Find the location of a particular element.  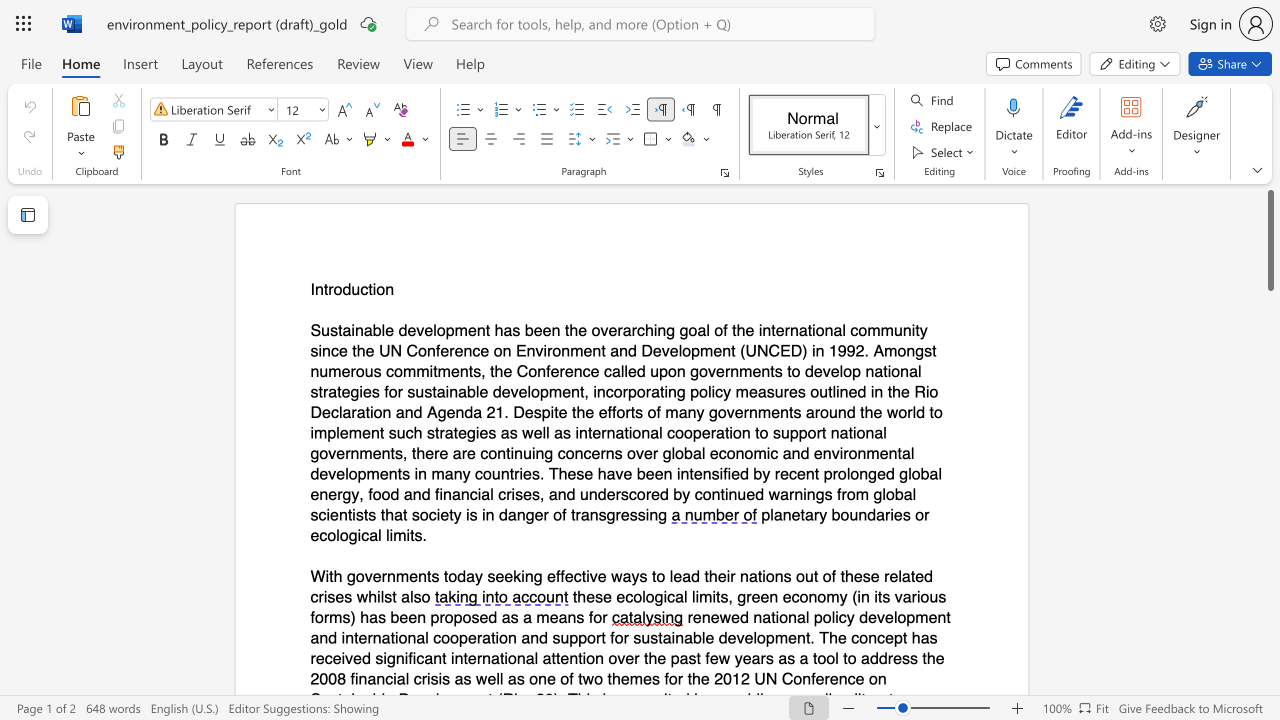

the vertical scrollbar to lower the page content is located at coordinates (1269, 678).